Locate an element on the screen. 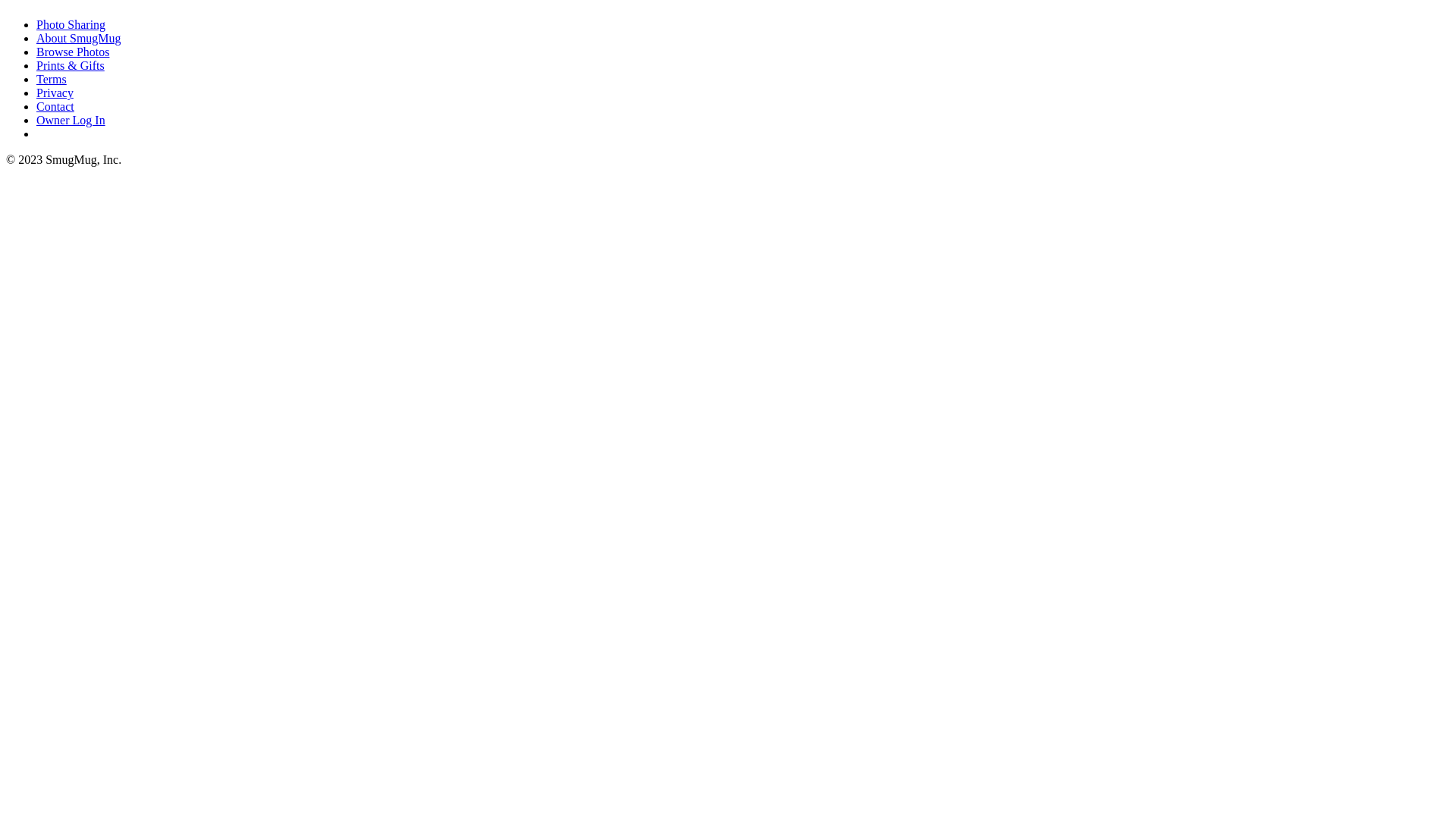 The height and width of the screenshot is (819, 1456). 'Privacy' is located at coordinates (36, 93).